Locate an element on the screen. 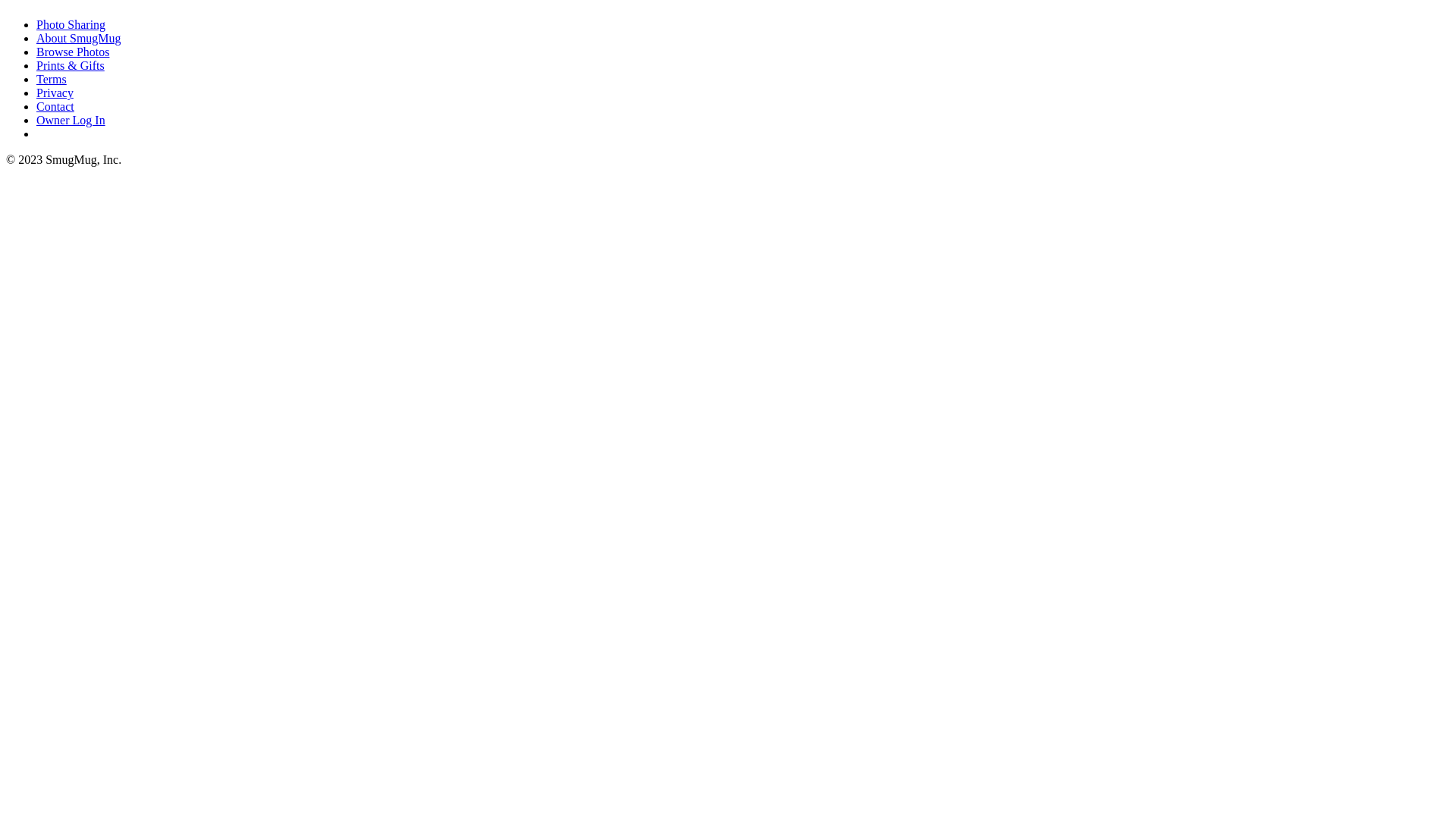 The height and width of the screenshot is (819, 1456). 'Privacy' is located at coordinates (36, 93).